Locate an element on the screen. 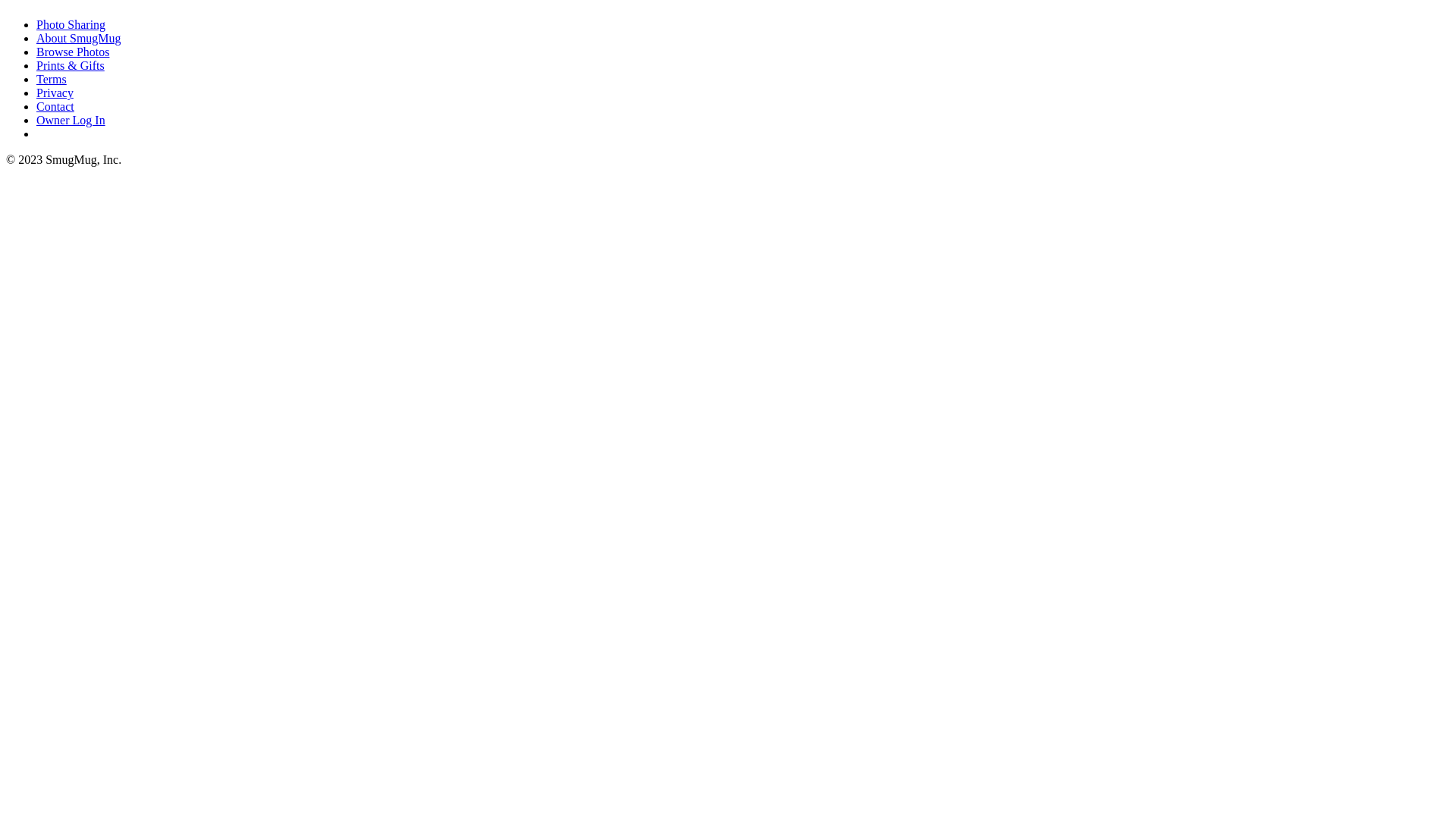 The height and width of the screenshot is (819, 1456). 'Privacy' is located at coordinates (36, 93).